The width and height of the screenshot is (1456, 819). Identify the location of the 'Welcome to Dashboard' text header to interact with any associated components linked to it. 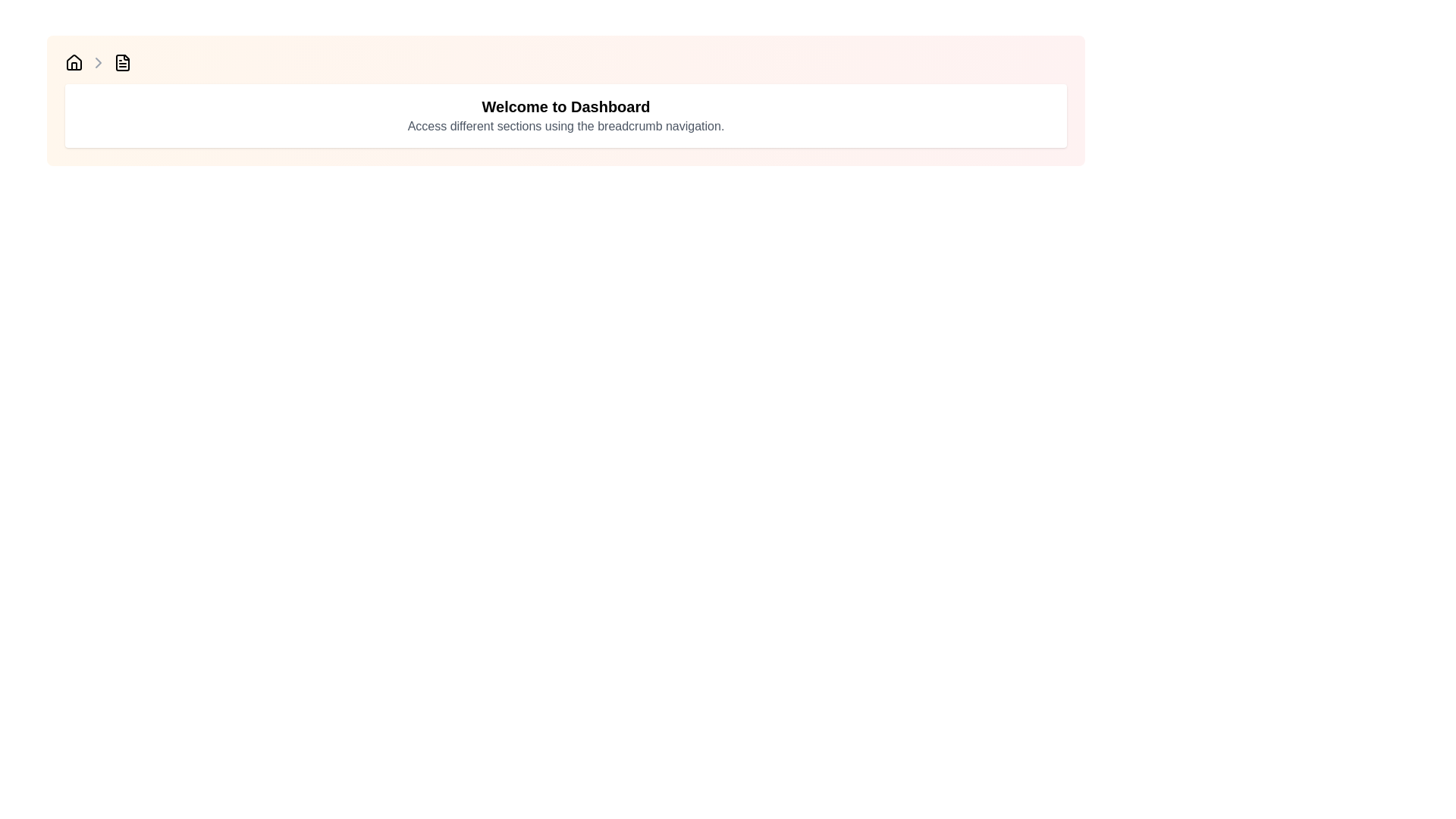
(565, 106).